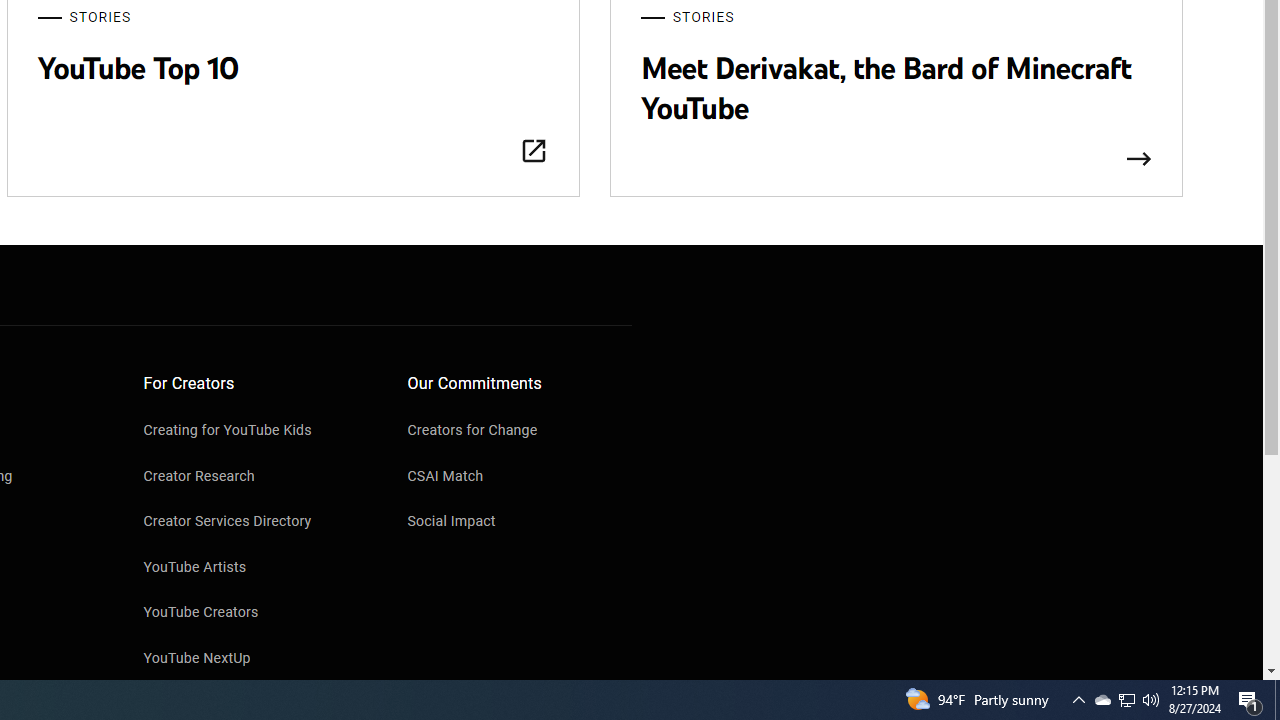  I want to click on 'YouTube Creators', so click(255, 613).